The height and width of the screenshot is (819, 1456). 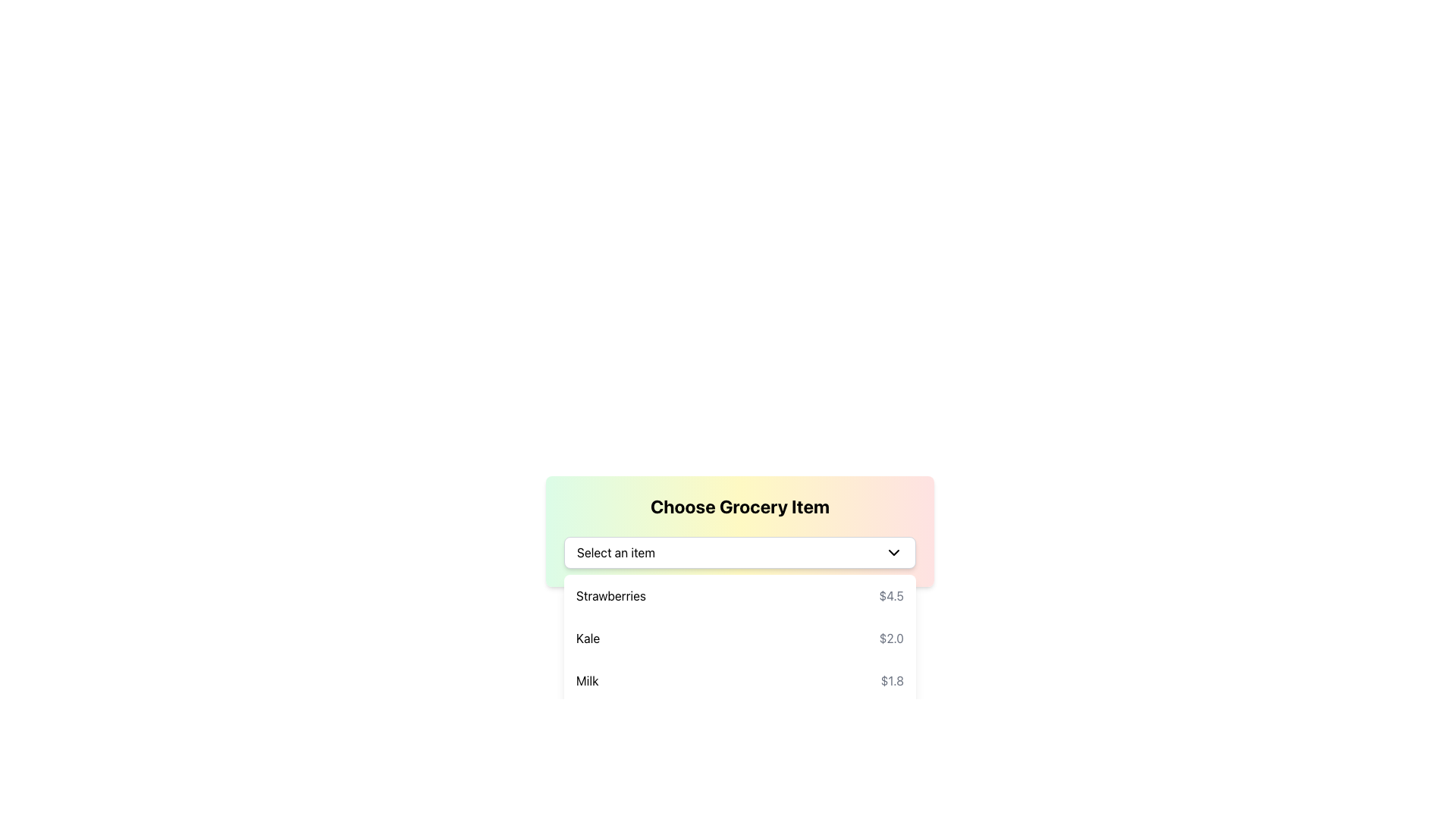 I want to click on the first grocery item in the list labeled 'Strawberries', so click(x=739, y=595).